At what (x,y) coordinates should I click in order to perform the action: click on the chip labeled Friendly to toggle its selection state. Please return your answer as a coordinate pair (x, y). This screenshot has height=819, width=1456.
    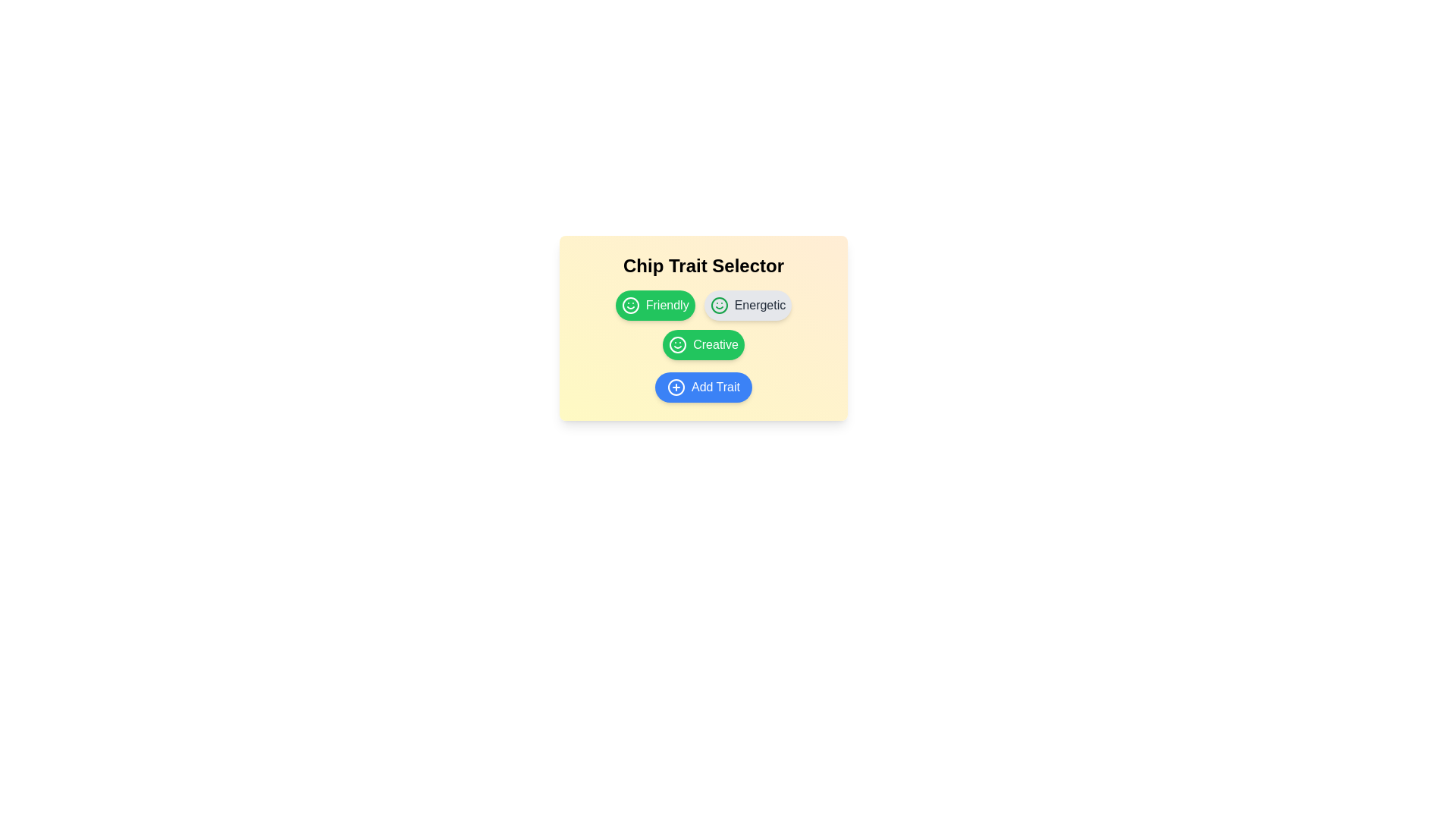
    Looking at the image, I should click on (655, 305).